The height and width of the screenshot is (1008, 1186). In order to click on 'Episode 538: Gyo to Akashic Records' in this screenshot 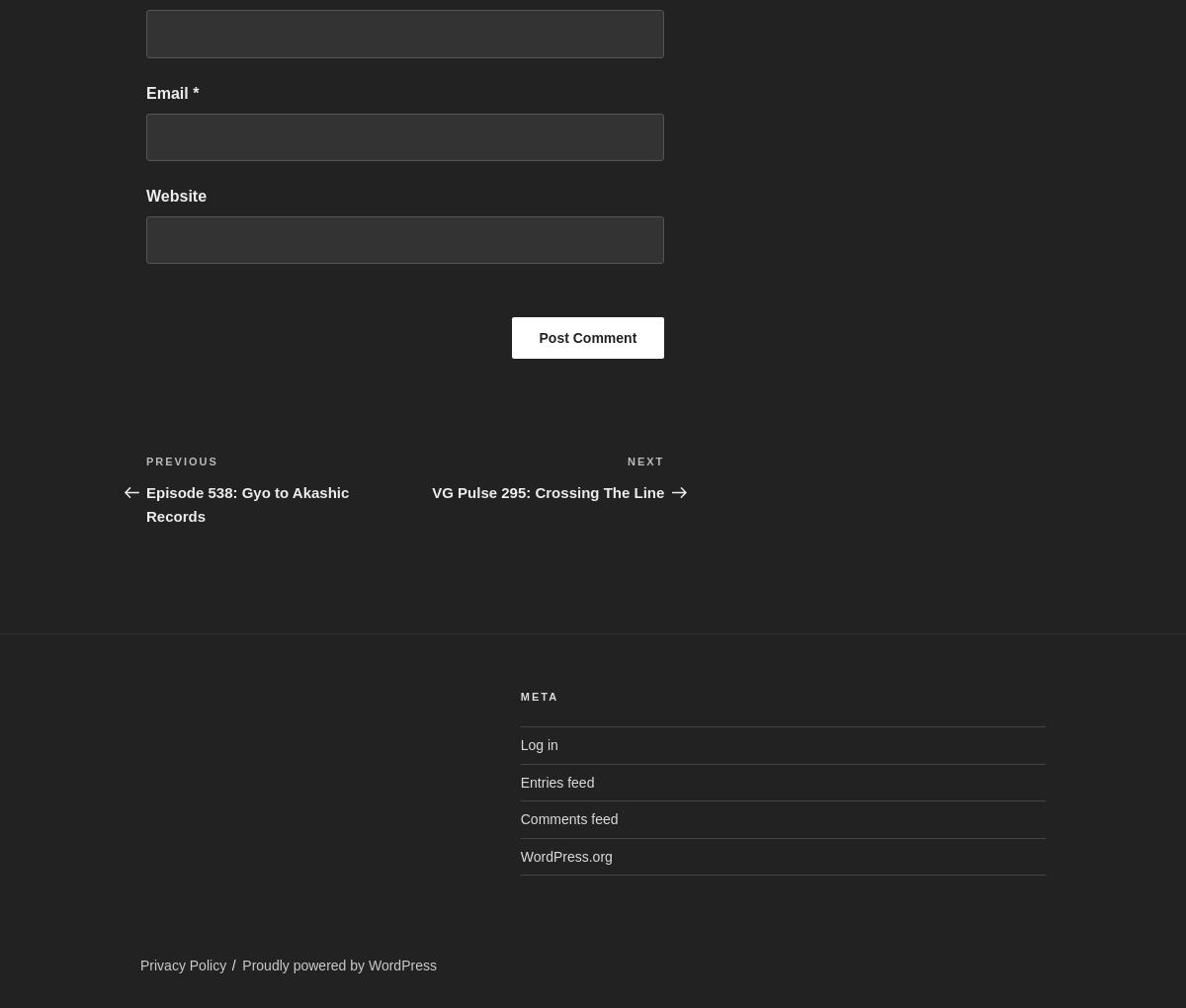, I will do `click(246, 503)`.